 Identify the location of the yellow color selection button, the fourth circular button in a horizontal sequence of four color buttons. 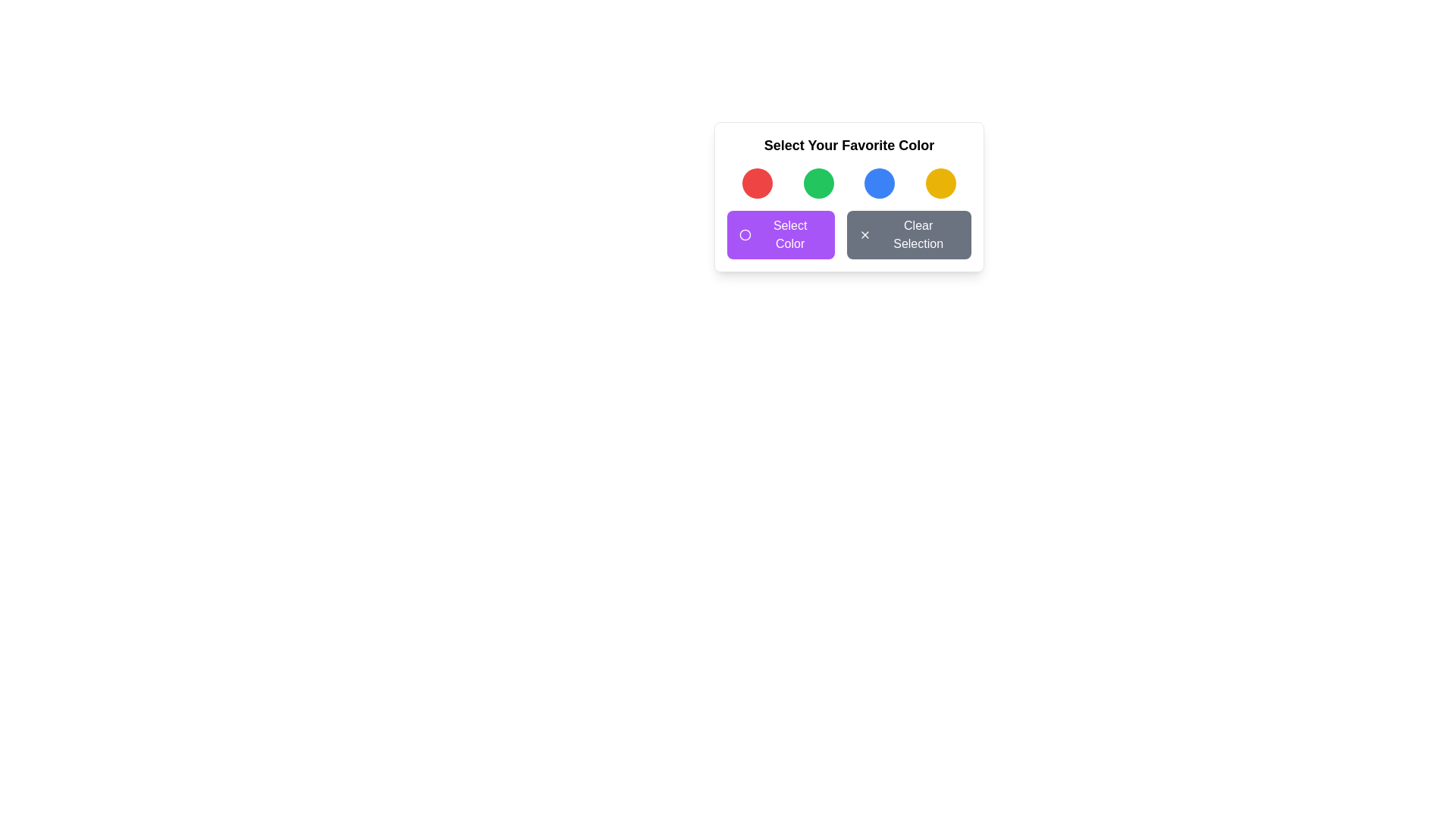
(940, 183).